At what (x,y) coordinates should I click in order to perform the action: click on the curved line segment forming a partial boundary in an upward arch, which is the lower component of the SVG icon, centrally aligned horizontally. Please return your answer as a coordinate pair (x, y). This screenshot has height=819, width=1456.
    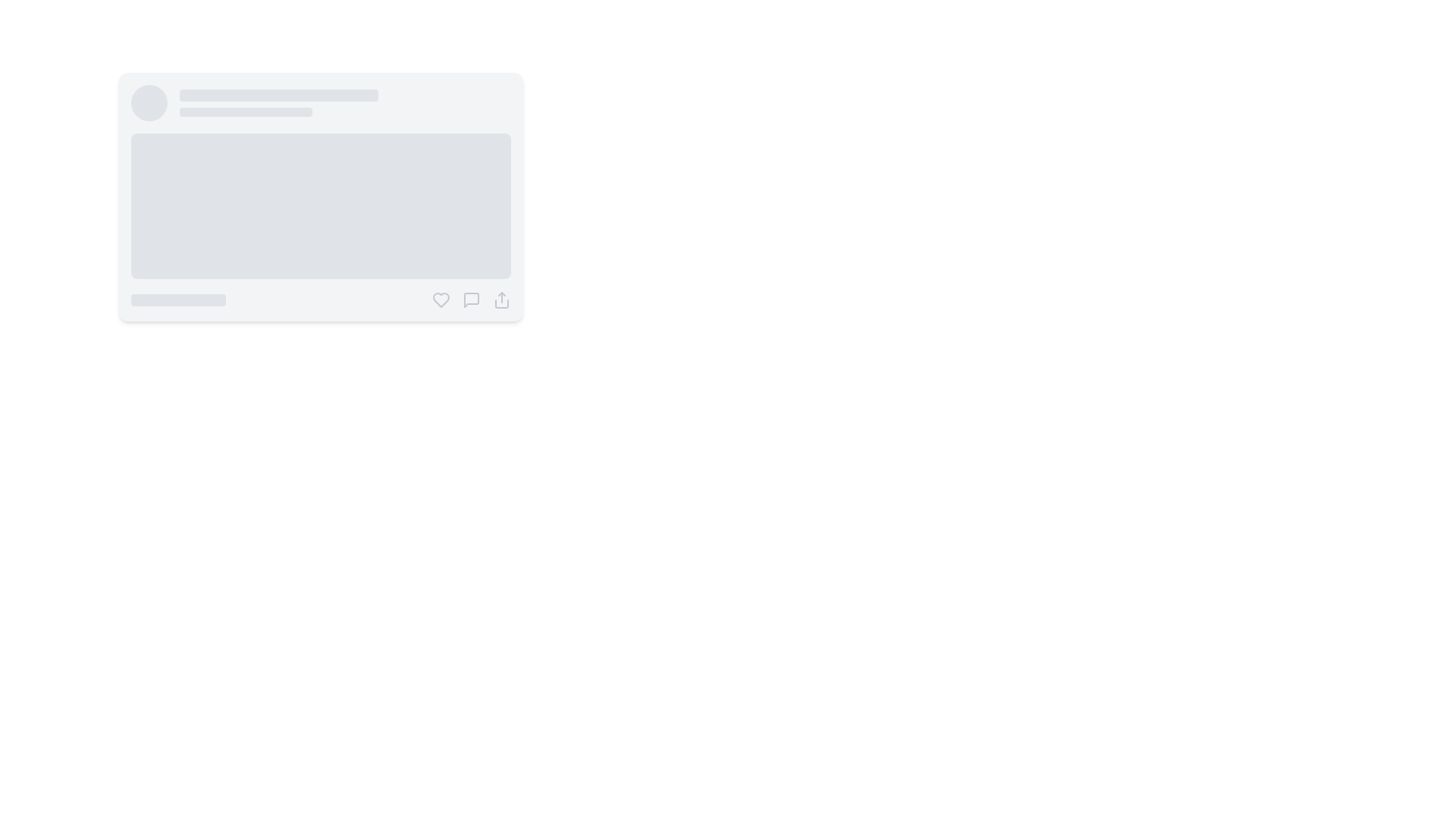
    Looking at the image, I should click on (502, 304).